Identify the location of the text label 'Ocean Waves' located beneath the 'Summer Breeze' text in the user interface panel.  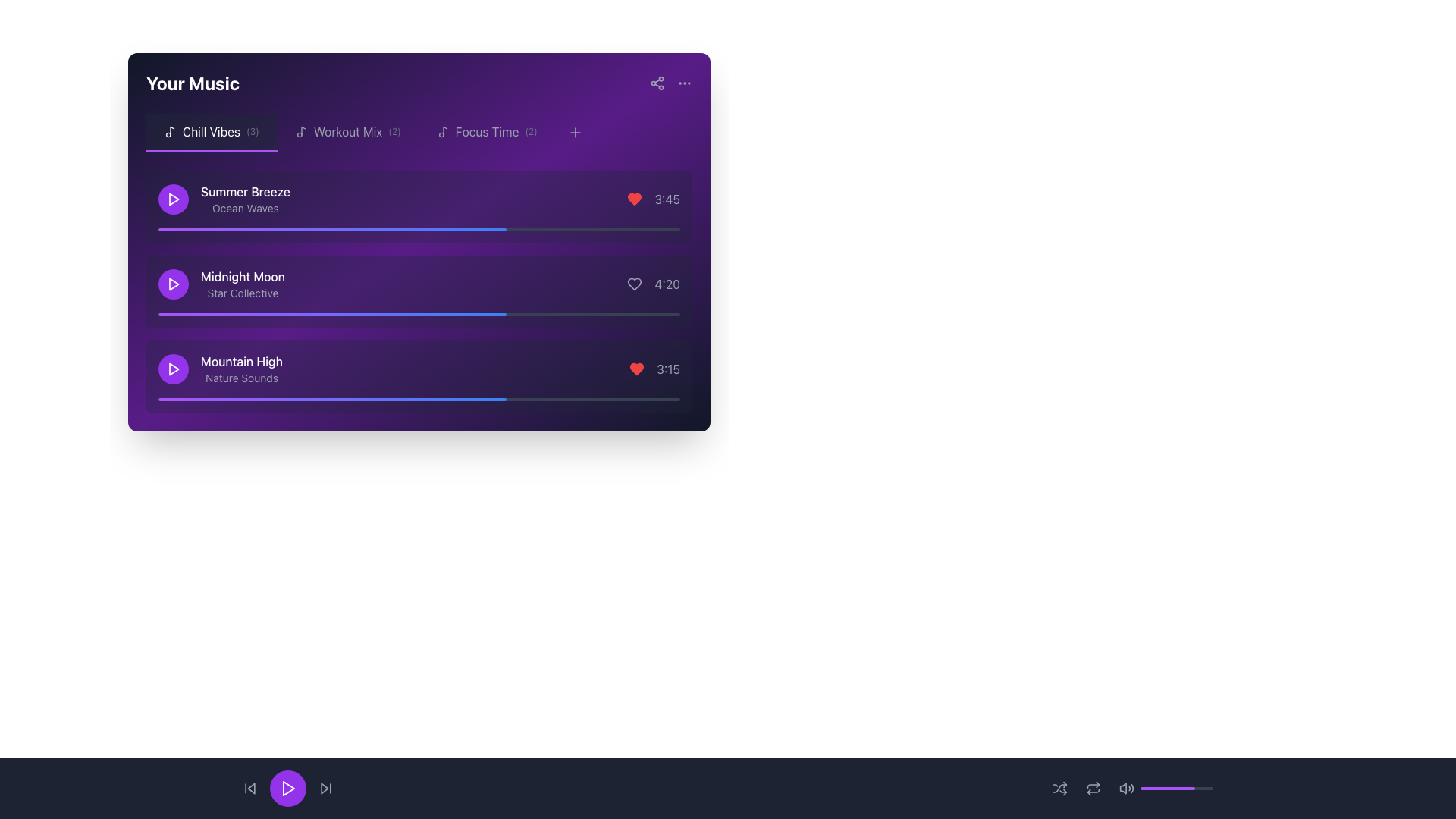
(245, 208).